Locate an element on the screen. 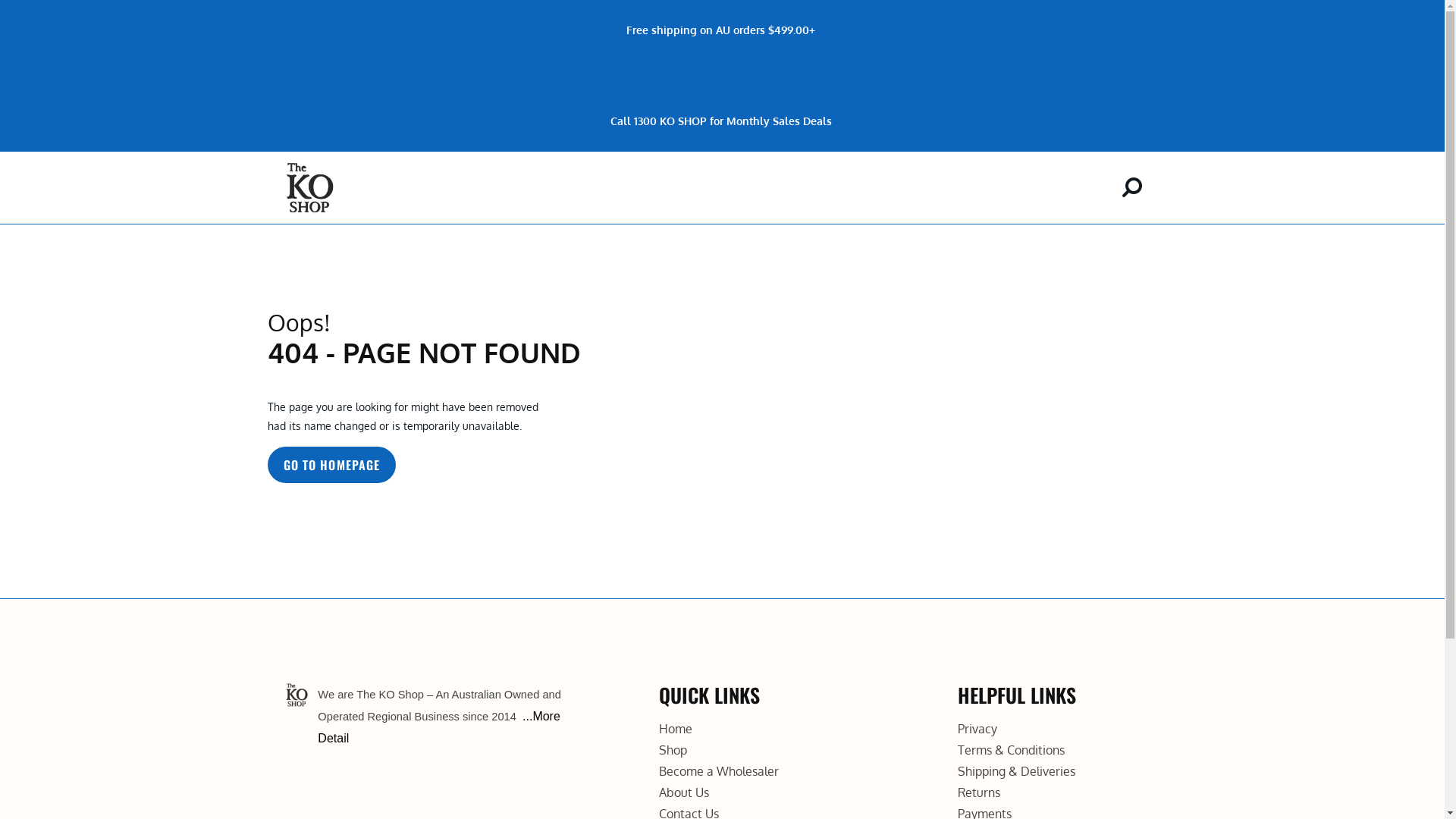 This screenshot has height=819, width=1456. 'About Us' is located at coordinates (683, 792).